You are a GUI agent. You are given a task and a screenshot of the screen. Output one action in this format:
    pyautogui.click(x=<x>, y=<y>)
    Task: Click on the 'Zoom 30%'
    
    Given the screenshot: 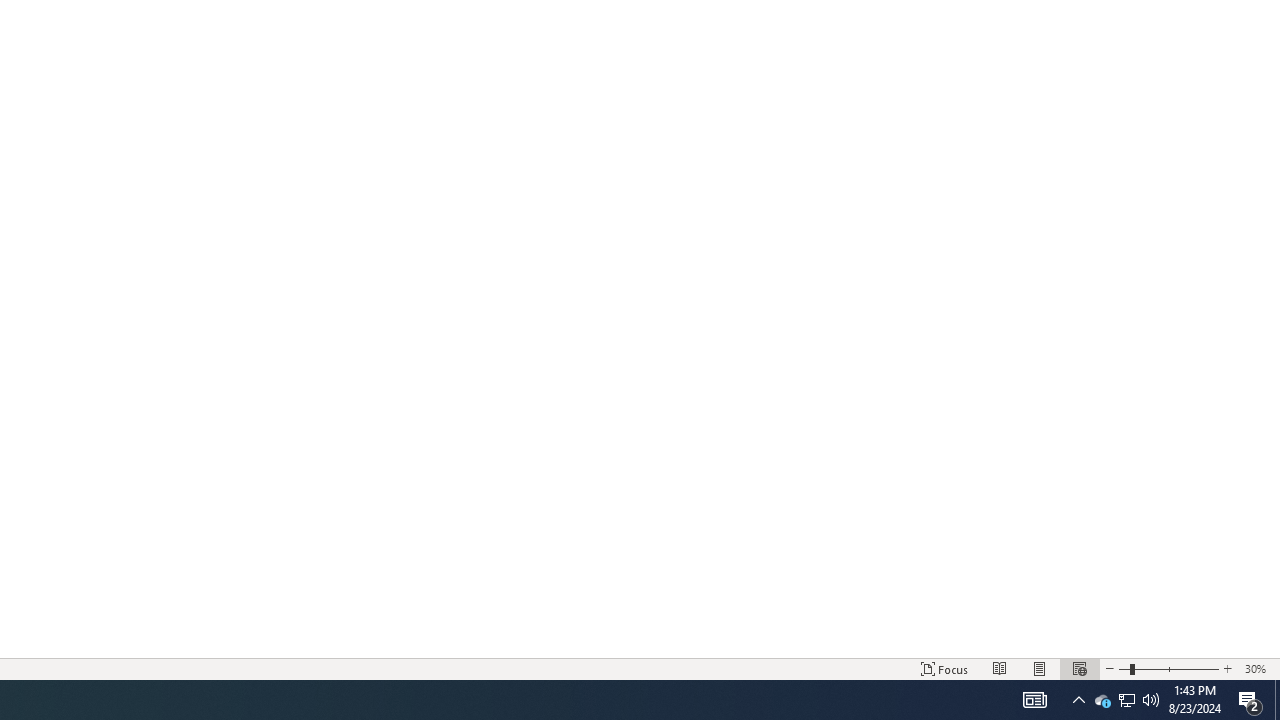 What is the action you would take?
    pyautogui.click(x=1257, y=669)
    